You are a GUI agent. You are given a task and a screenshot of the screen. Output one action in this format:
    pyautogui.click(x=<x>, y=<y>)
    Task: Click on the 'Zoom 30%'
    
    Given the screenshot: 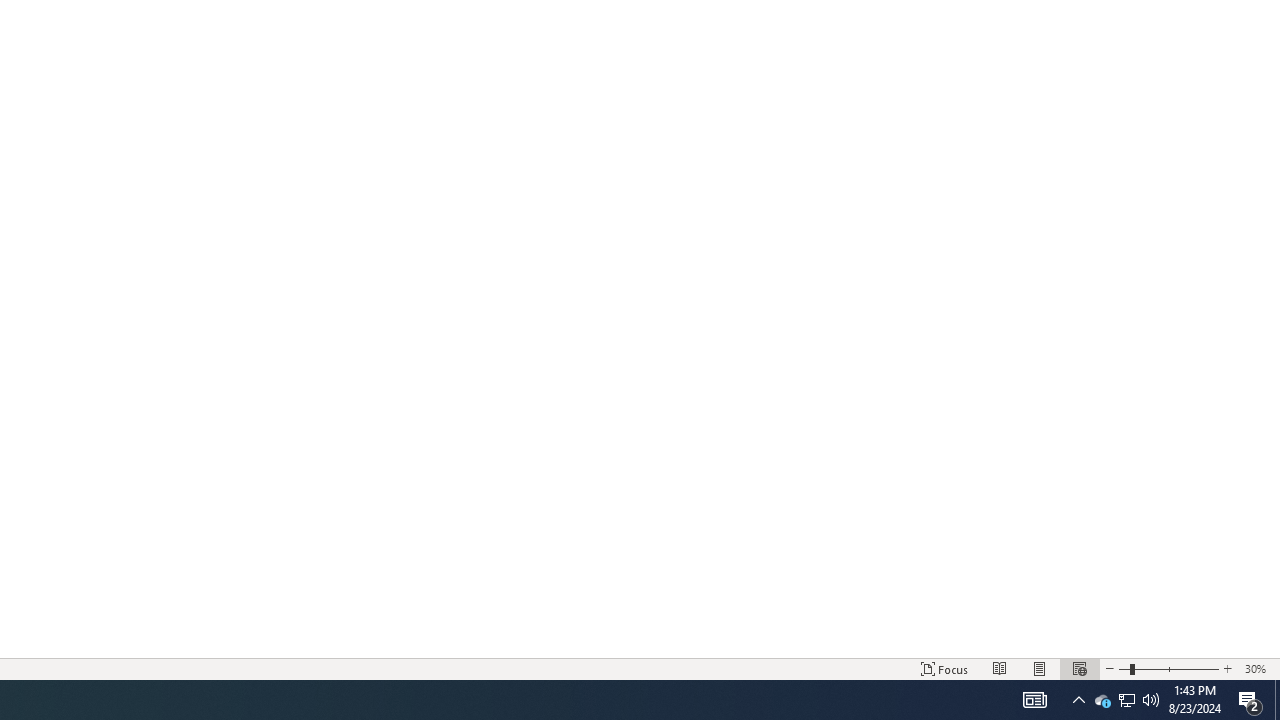 What is the action you would take?
    pyautogui.click(x=1257, y=669)
    